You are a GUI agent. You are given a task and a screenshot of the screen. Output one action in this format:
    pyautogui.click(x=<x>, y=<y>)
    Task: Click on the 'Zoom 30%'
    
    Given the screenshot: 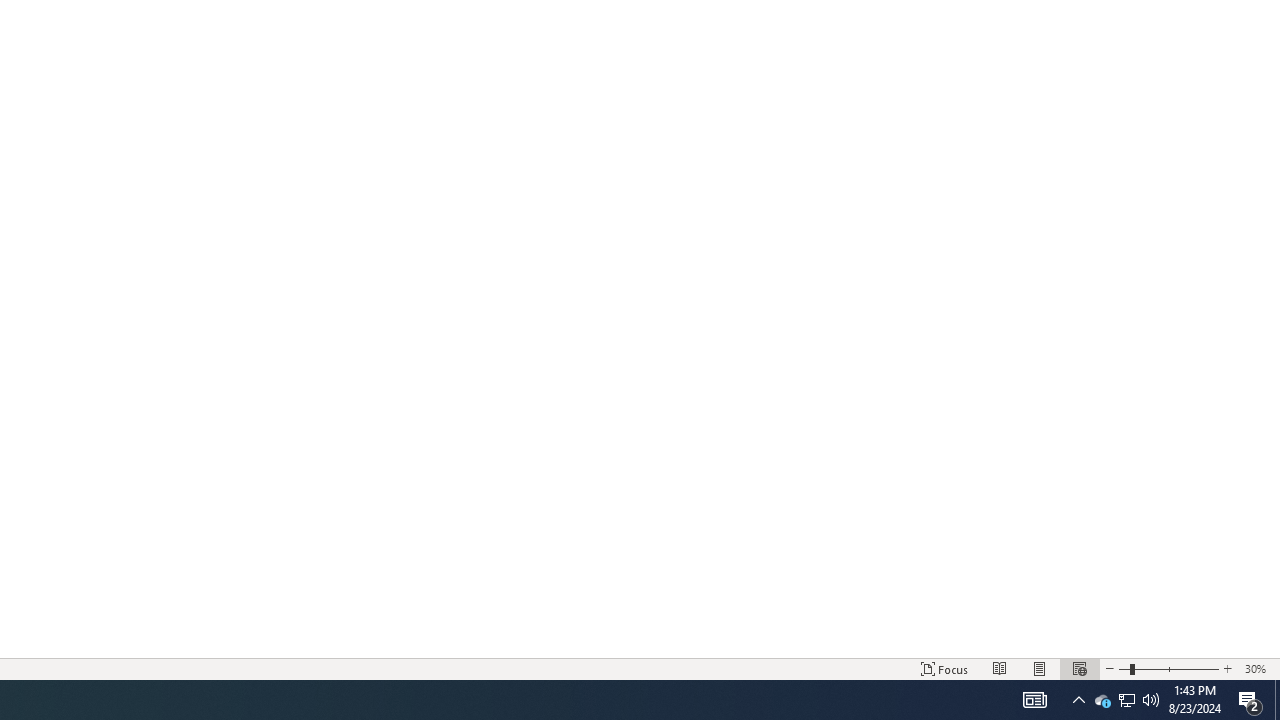 What is the action you would take?
    pyautogui.click(x=1257, y=669)
    